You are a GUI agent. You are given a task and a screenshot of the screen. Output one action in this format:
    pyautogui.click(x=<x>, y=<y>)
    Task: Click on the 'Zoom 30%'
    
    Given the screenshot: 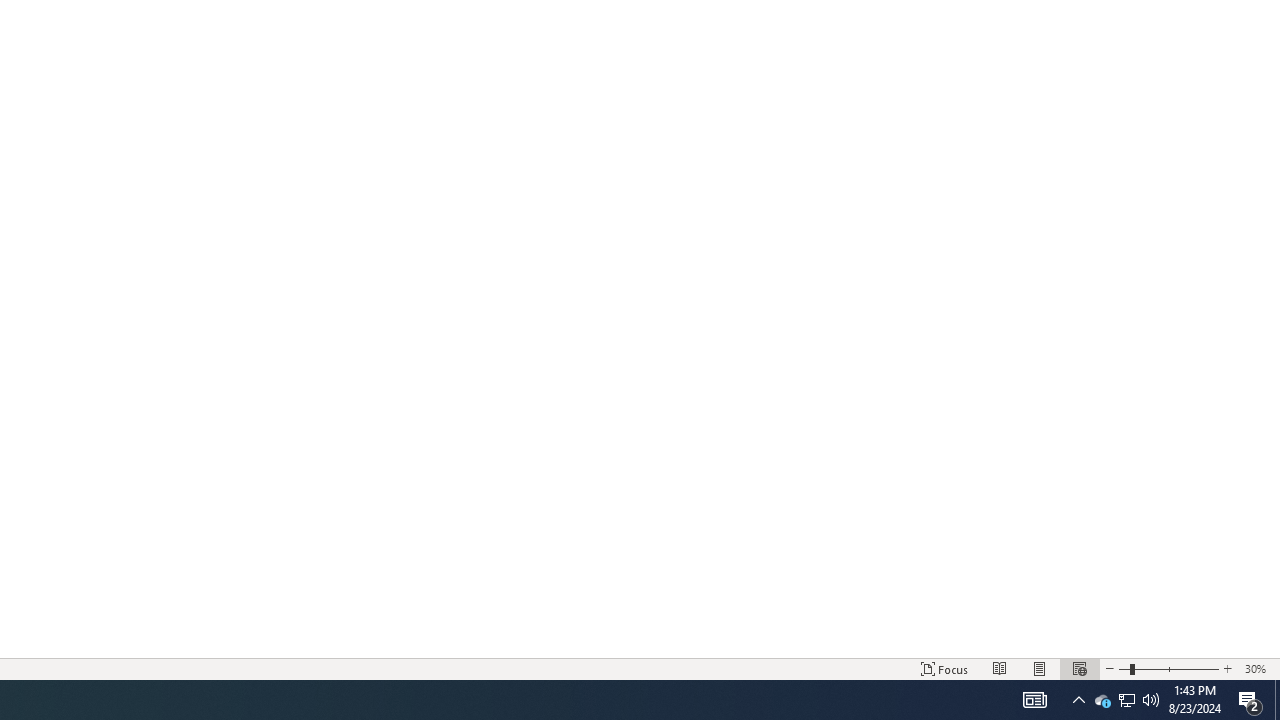 What is the action you would take?
    pyautogui.click(x=1257, y=669)
    